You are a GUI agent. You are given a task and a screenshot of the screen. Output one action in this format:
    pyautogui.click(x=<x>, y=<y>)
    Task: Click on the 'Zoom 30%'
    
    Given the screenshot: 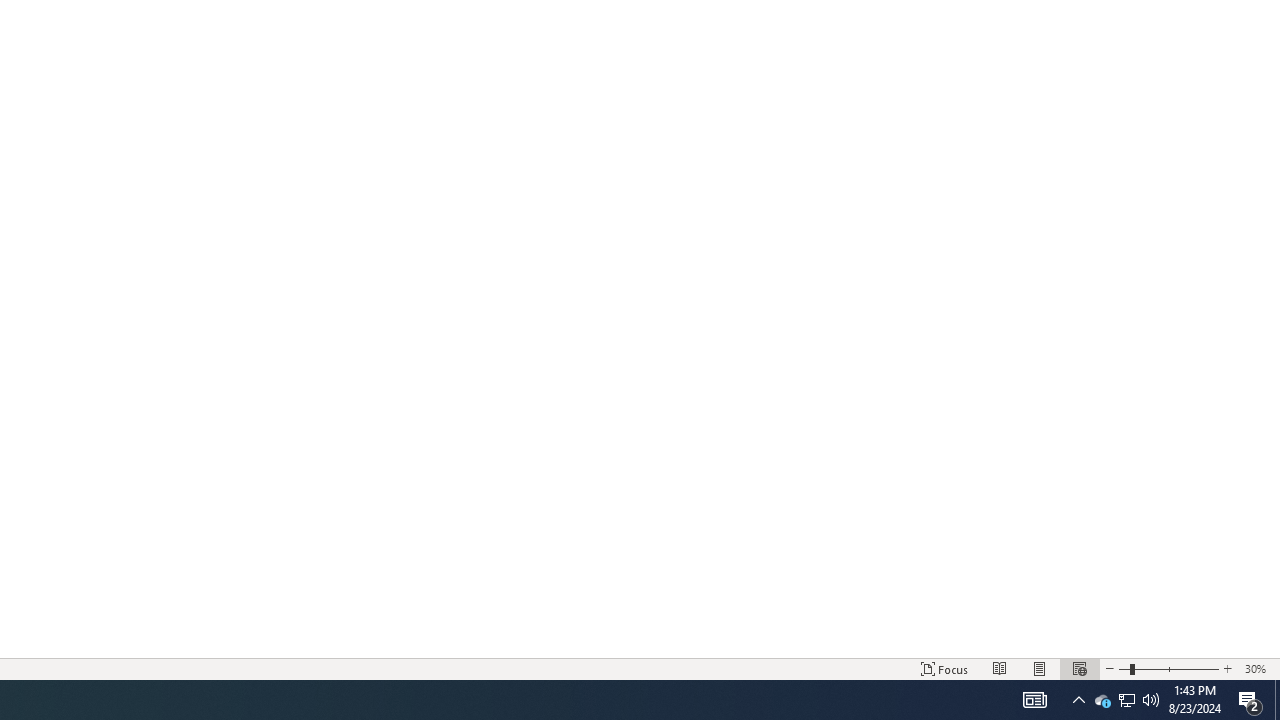 What is the action you would take?
    pyautogui.click(x=1257, y=669)
    